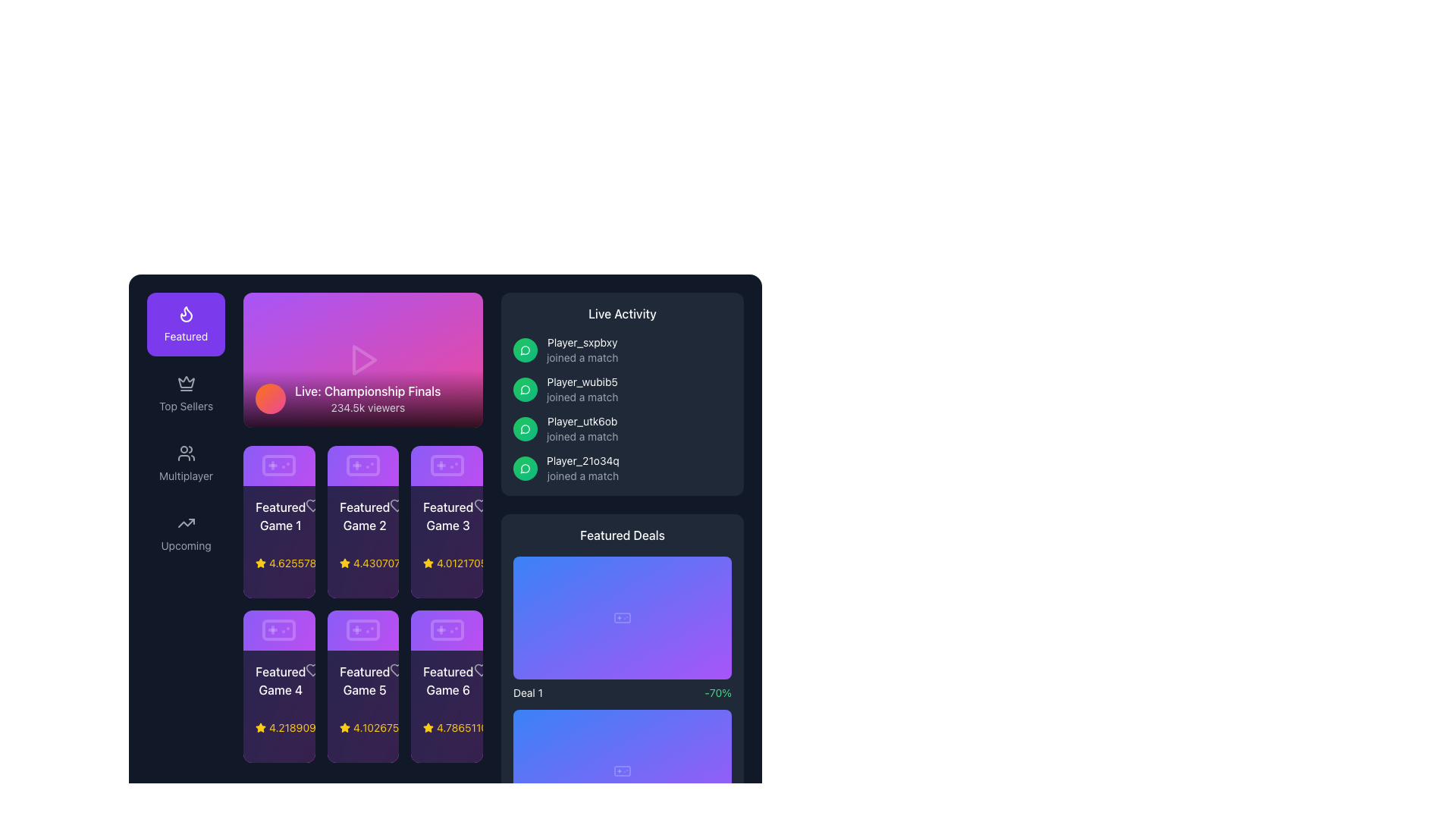 Image resolution: width=1456 pixels, height=819 pixels. Describe the element at coordinates (281, 680) in the screenshot. I see `the text label 'Featured Game 4', which is styled in a medium-sized white font on a purple background, located in the 'Featured Games' section of the grid layout` at that location.